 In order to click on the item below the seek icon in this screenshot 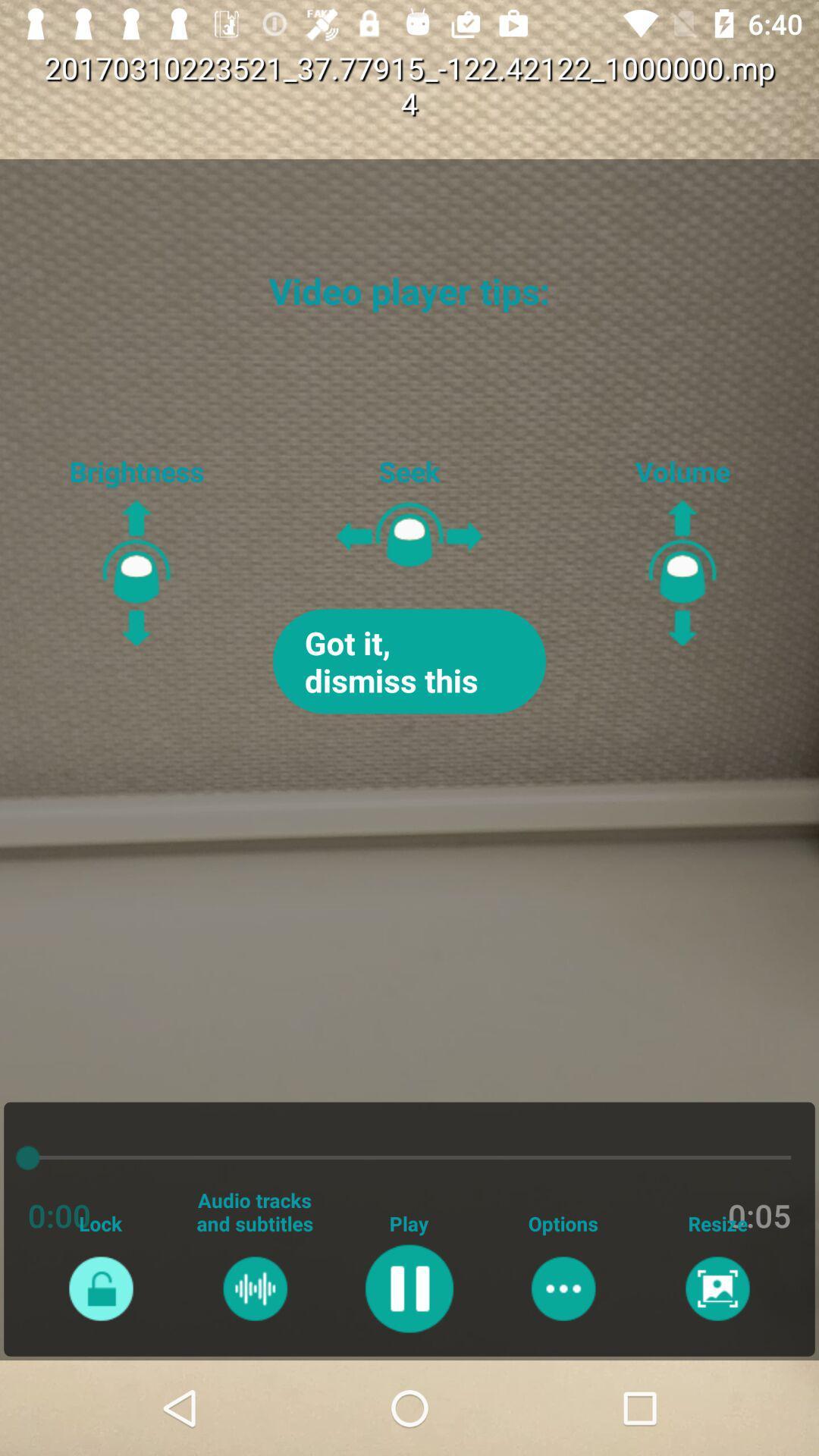, I will do `click(409, 661)`.